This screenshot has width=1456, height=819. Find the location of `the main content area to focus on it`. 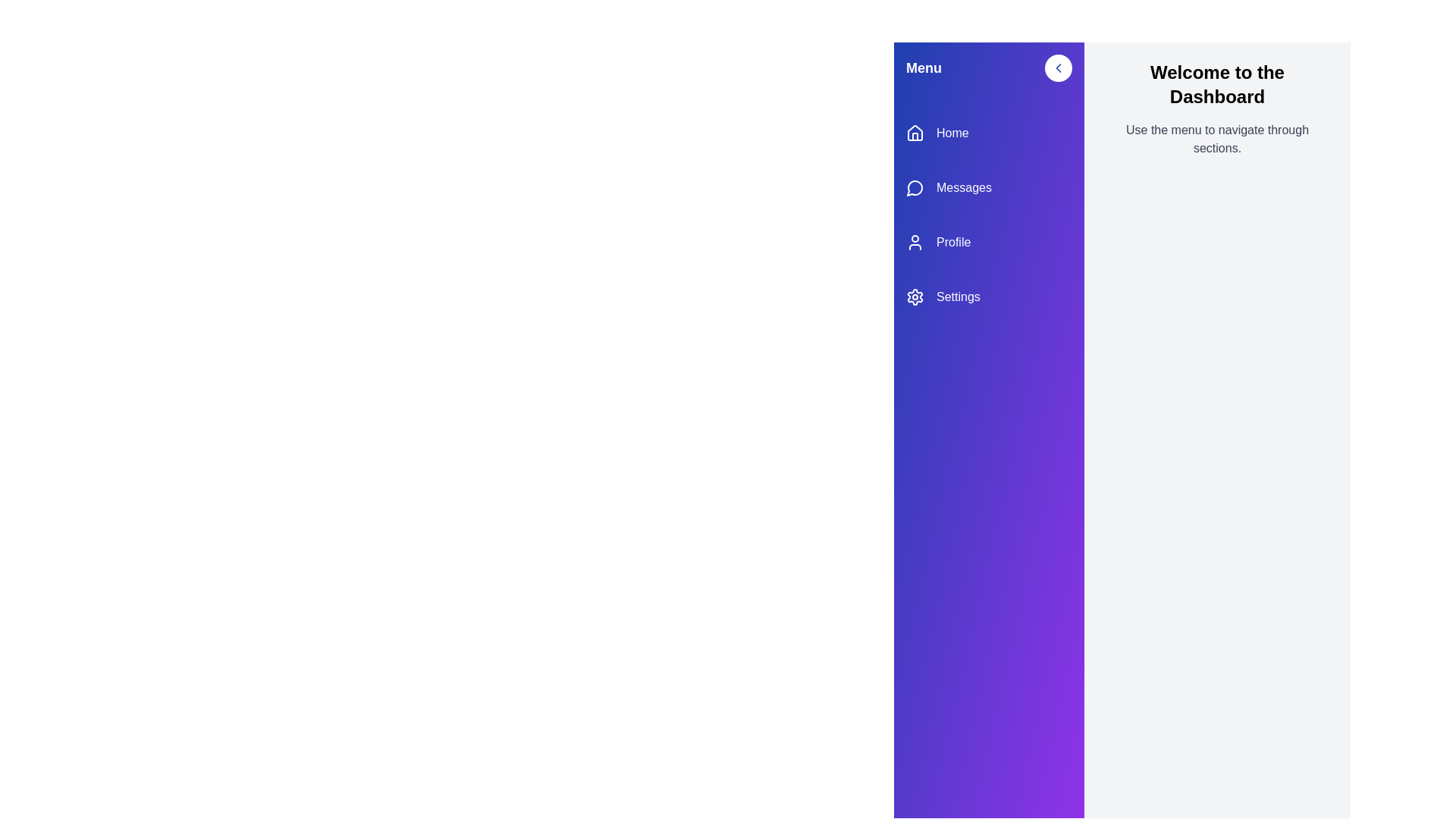

the main content area to focus on it is located at coordinates (1216, 451).